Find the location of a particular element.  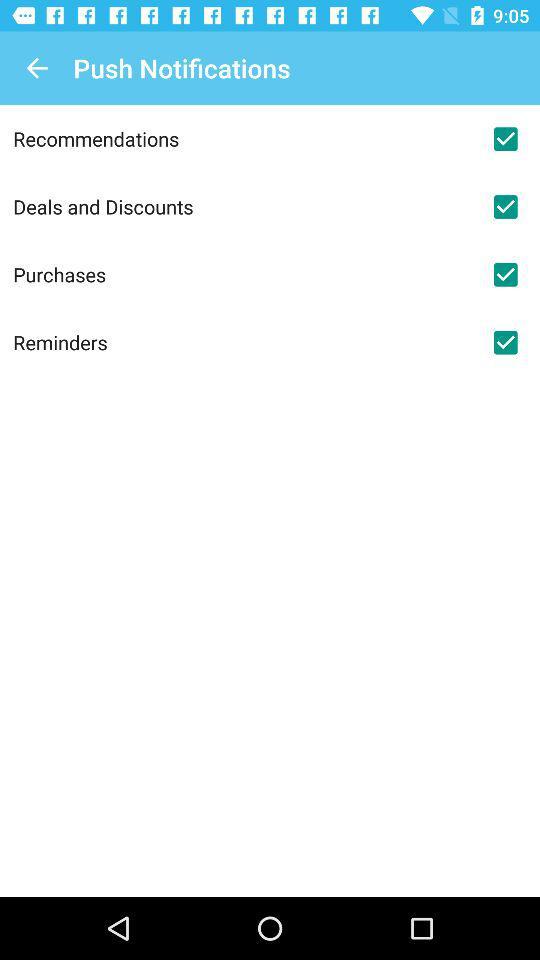

recommendations is located at coordinates (242, 137).